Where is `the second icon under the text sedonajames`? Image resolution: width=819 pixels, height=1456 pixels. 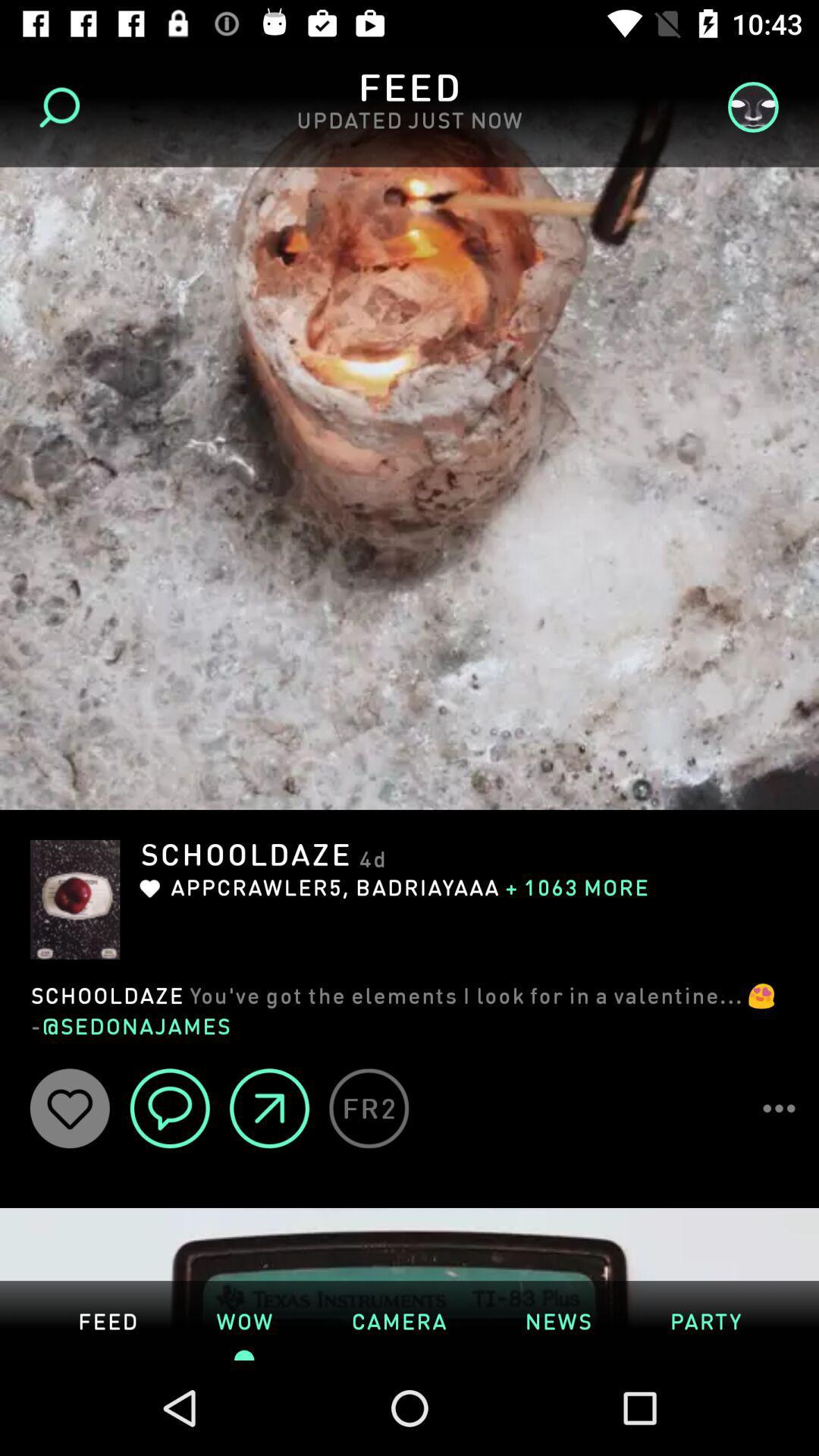 the second icon under the text sedonajames is located at coordinates (170, 1108).